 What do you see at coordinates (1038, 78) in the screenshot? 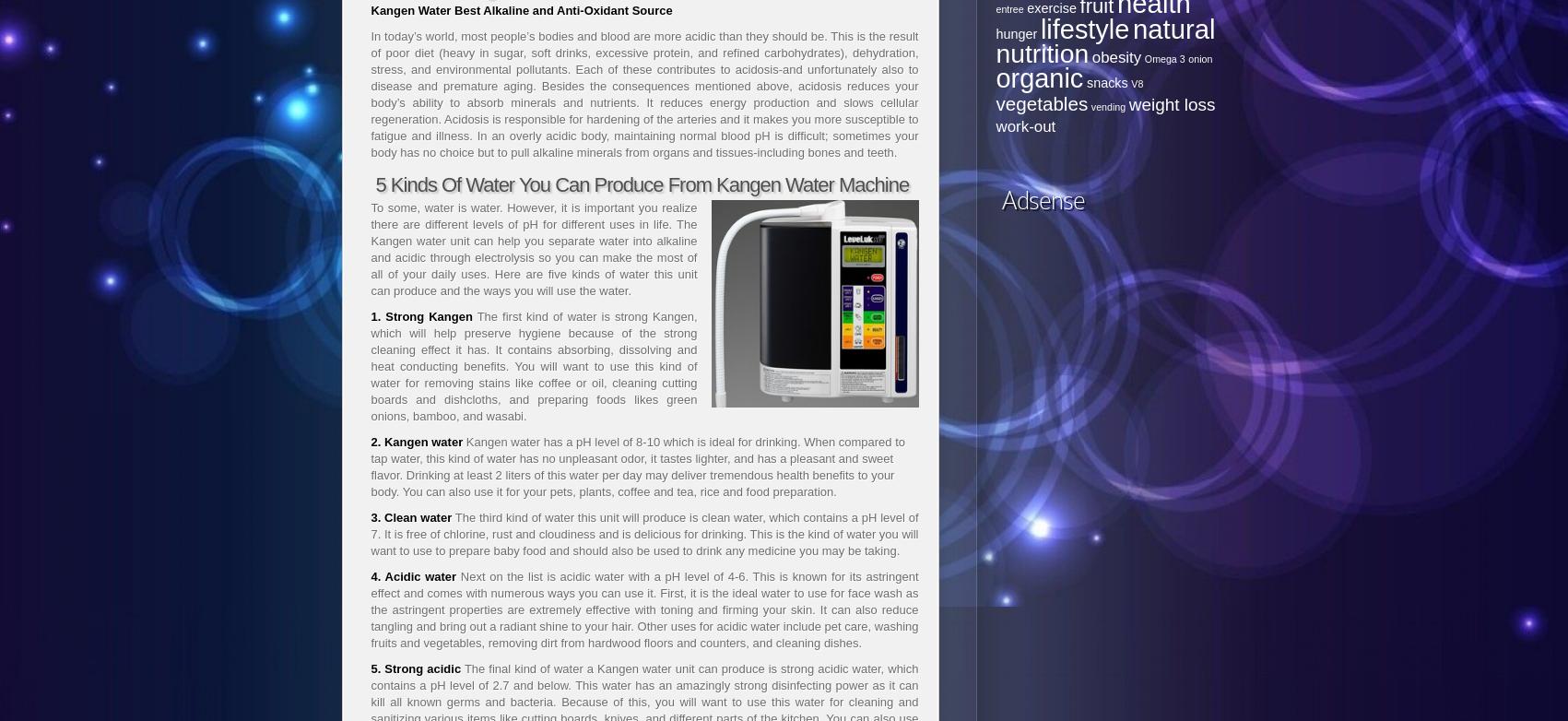
I see `'organic'` at bounding box center [1038, 78].